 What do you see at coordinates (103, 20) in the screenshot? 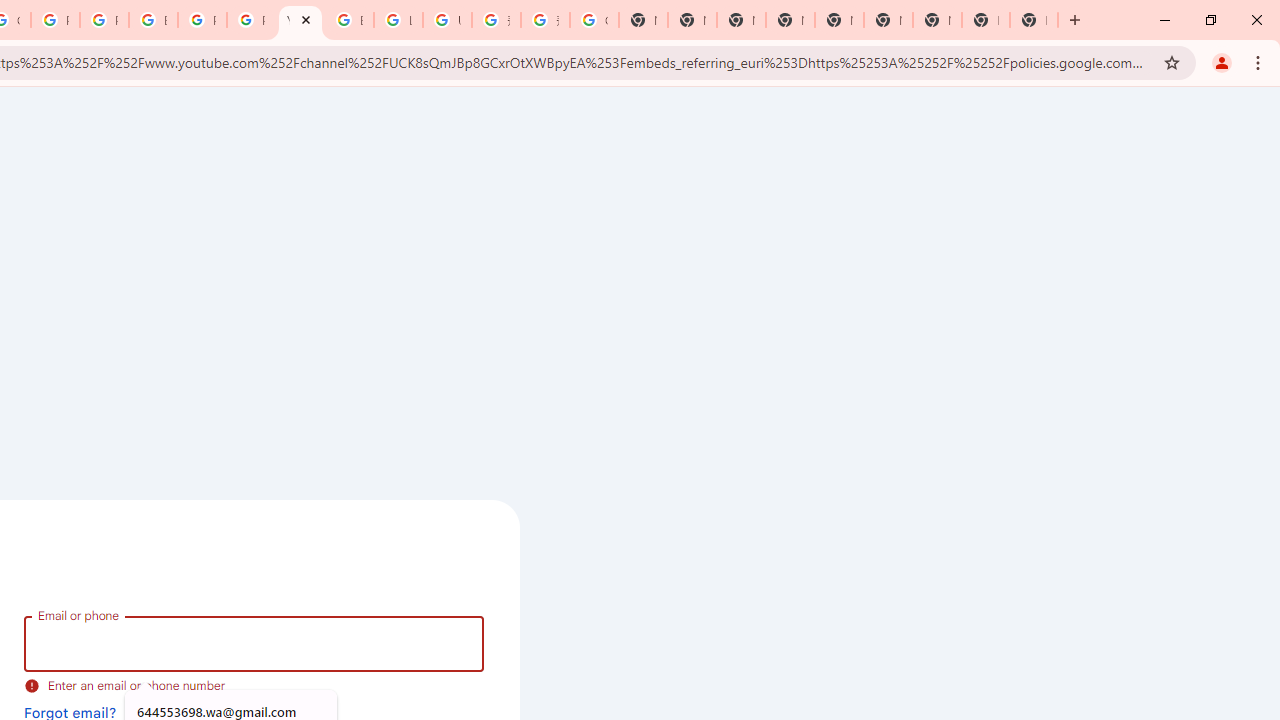
I see `'Privacy Help Center - Policies Help'` at bounding box center [103, 20].